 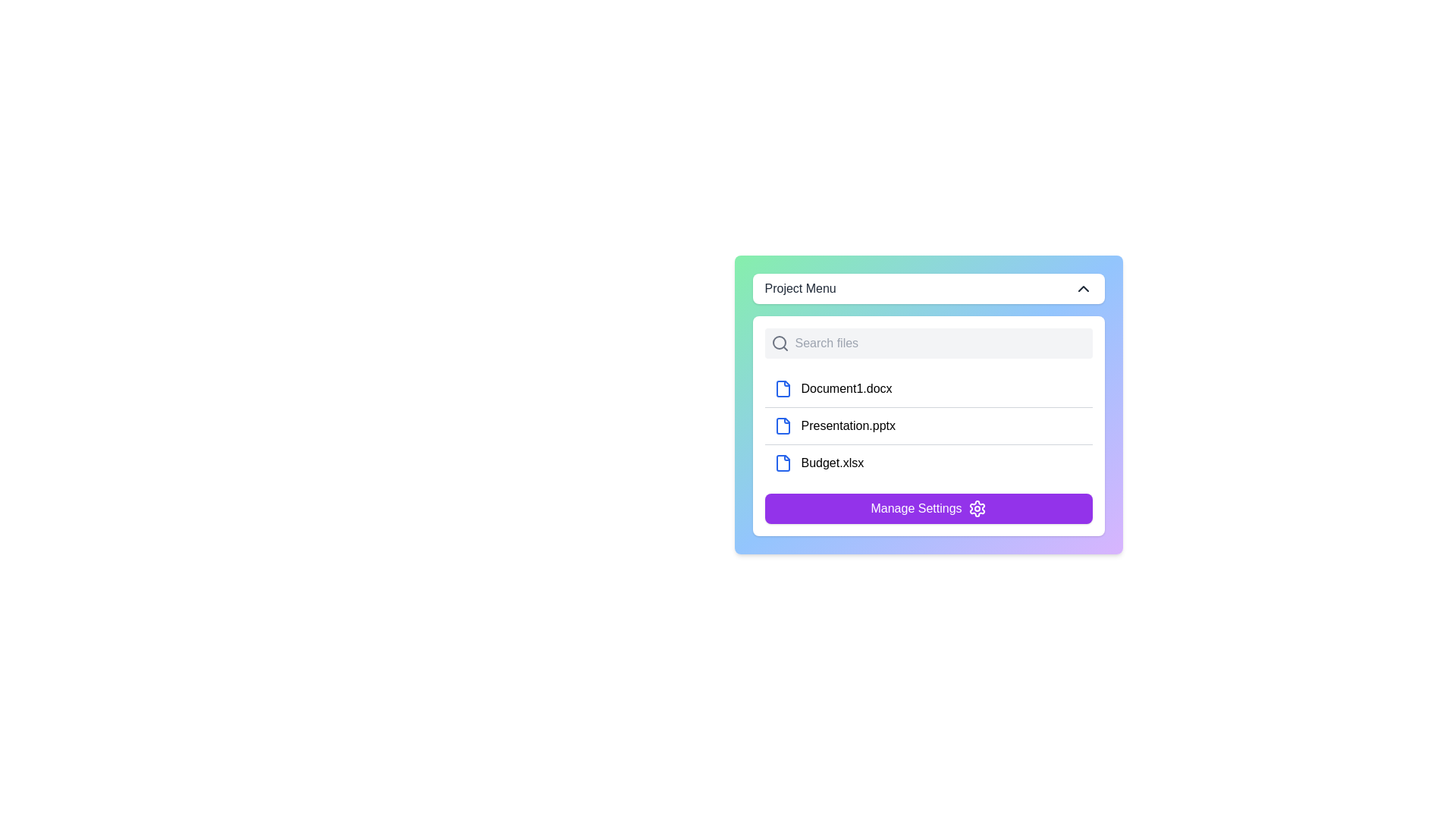 I want to click on the downward arrow icon of the dropdown indicator located next to the 'Project Menu' text in the upper right corner of the menu bar, so click(x=1082, y=289).